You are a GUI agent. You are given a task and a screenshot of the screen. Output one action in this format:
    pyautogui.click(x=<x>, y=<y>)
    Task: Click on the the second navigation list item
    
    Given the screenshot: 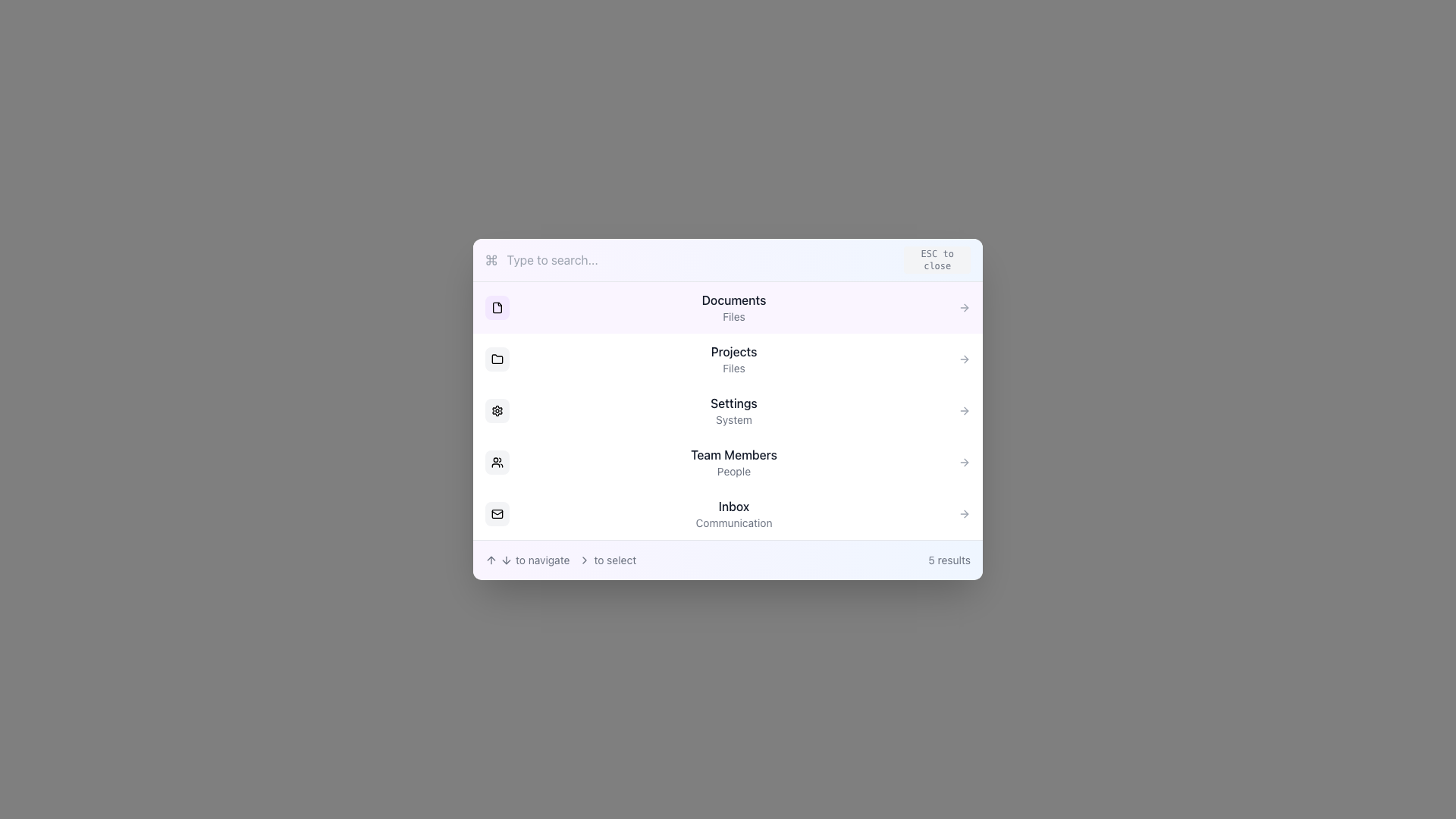 What is the action you would take?
    pyautogui.click(x=728, y=359)
    